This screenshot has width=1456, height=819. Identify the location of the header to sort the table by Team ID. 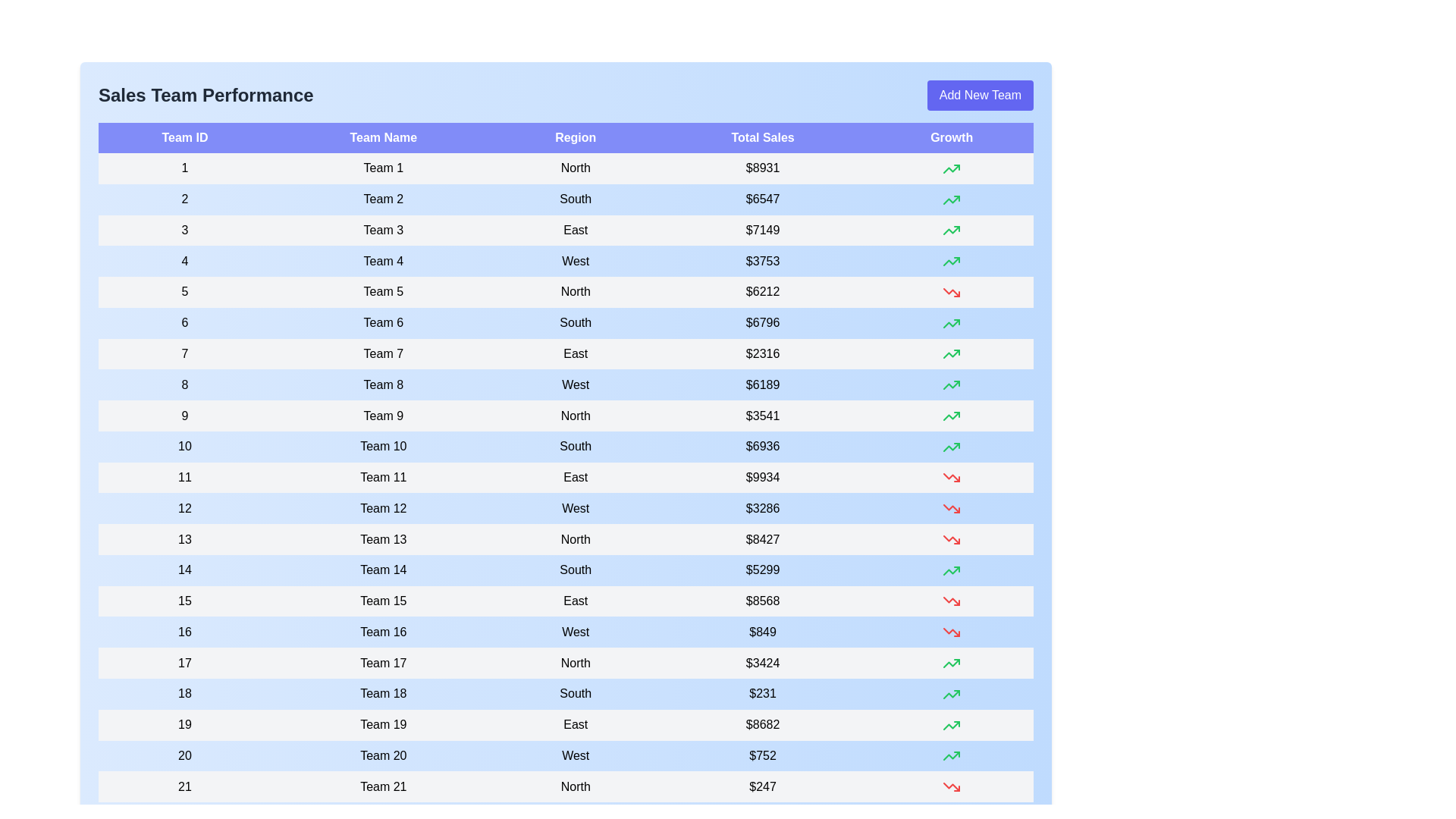
(184, 137).